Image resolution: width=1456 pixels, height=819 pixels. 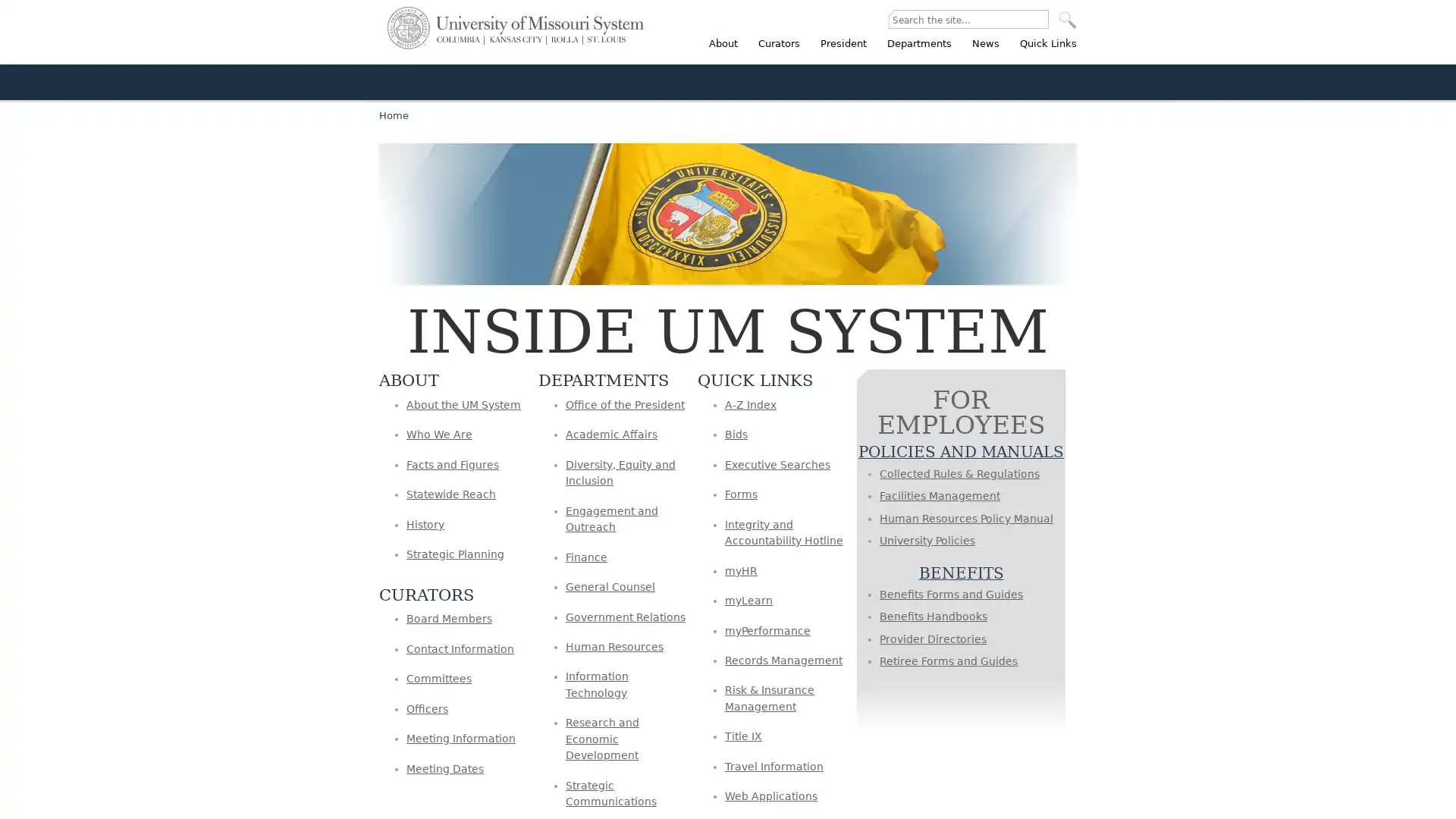 What do you see at coordinates (1066, 20) in the screenshot?
I see `SEARCH` at bounding box center [1066, 20].